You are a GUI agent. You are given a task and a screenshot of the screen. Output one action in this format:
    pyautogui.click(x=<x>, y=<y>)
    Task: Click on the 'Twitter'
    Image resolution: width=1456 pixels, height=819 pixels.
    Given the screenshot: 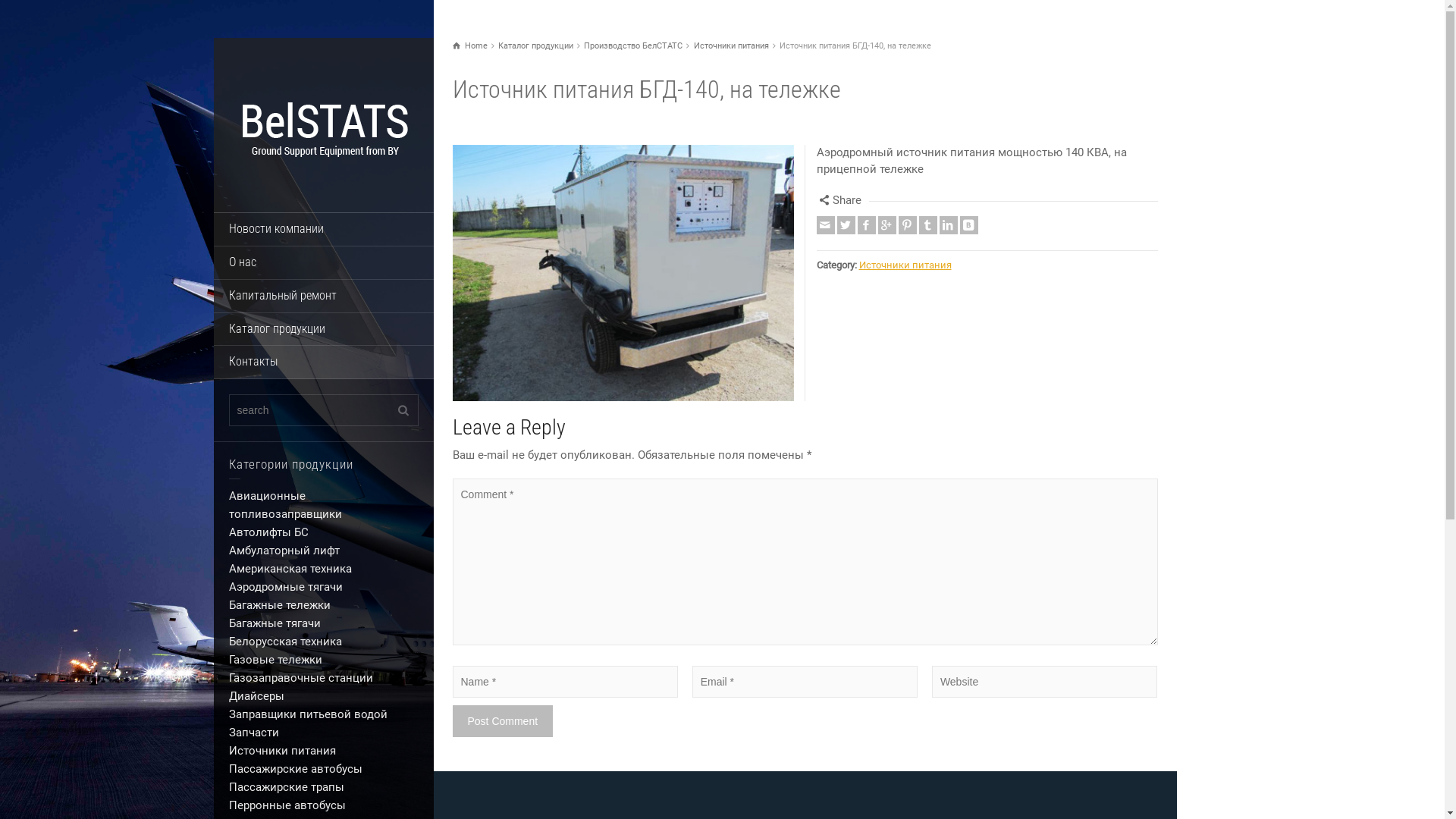 What is the action you would take?
    pyautogui.click(x=836, y=225)
    